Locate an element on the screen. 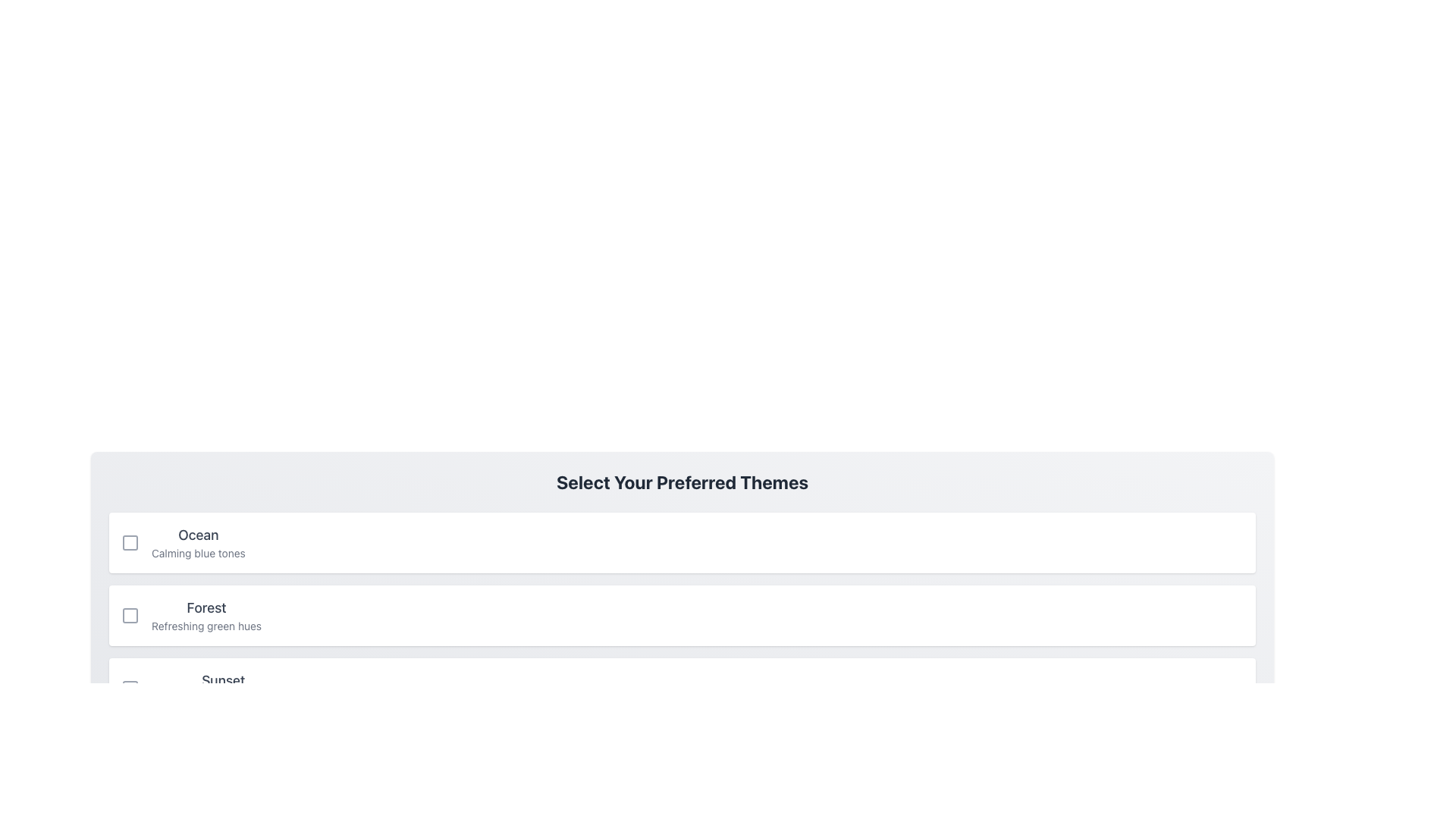  the text label displaying 'Calming blue tones' is located at coordinates (197, 553).